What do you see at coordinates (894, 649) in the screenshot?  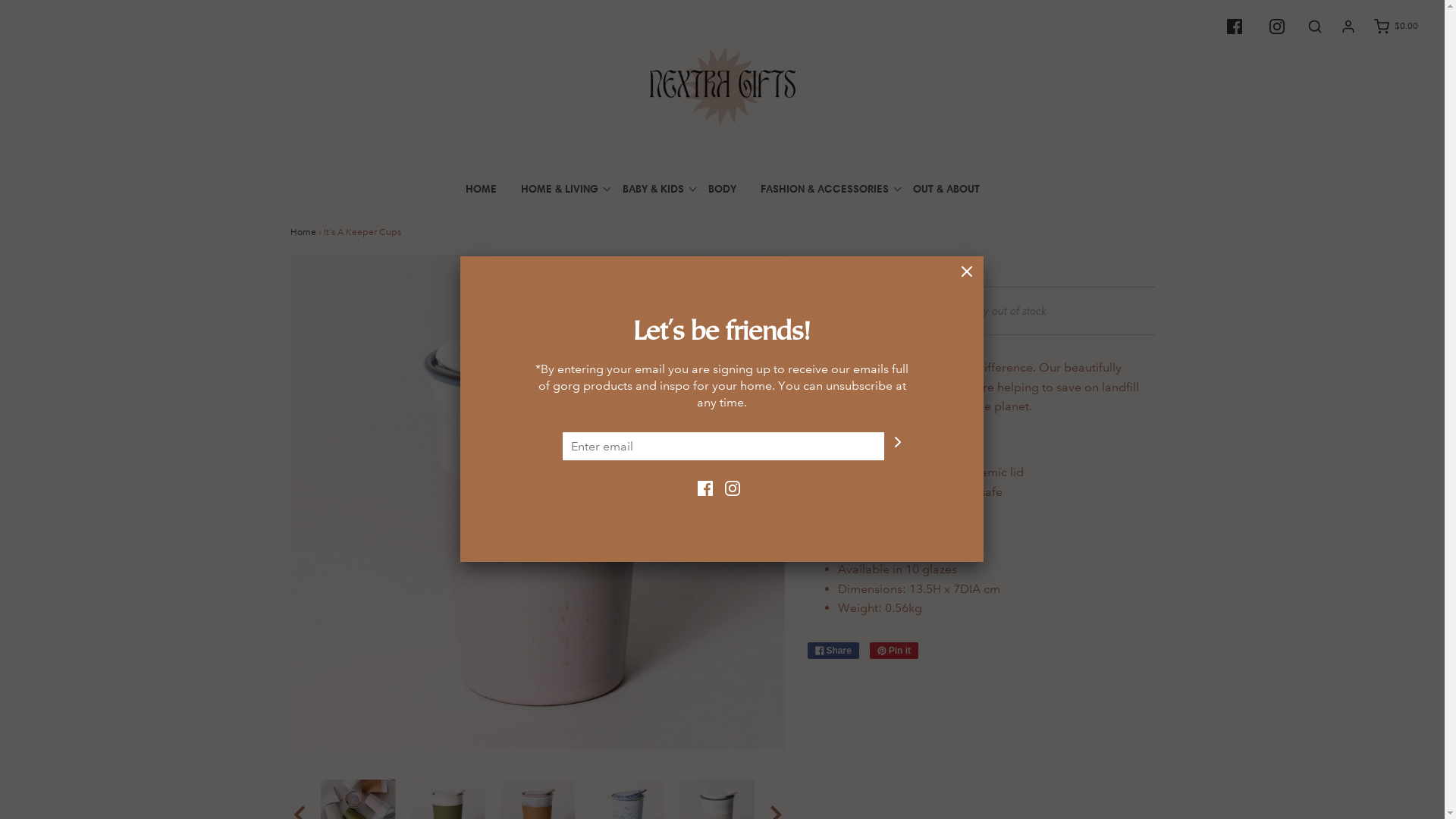 I see `'Pin it'` at bounding box center [894, 649].